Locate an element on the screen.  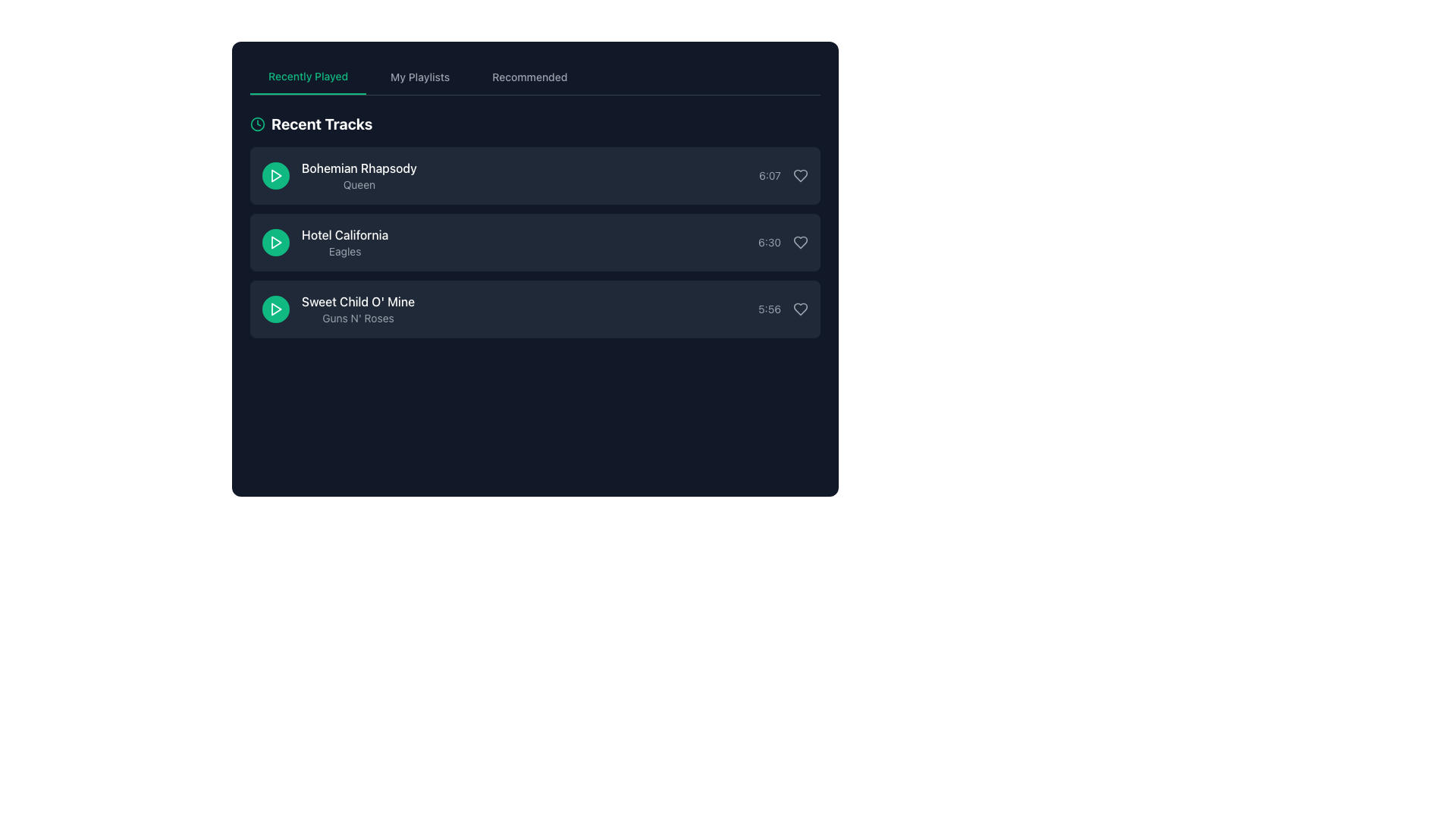
the triangular play icon in the 'Recent Tracks' section for the 'Bohemian Rhapsody' track, which is styled with a white outline against a transparent background is located at coordinates (276, 174).